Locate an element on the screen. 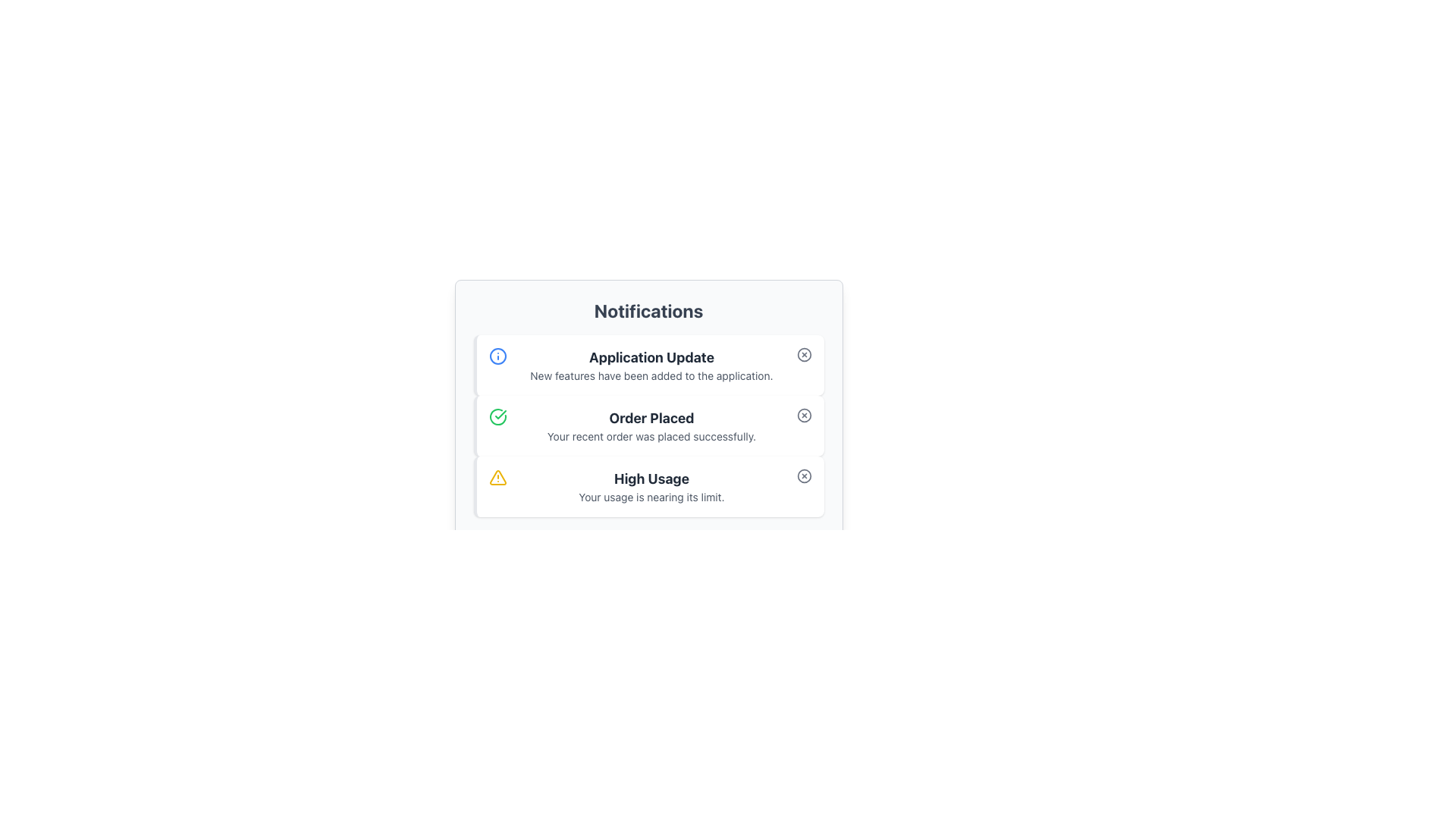 This screenshot has height=819, width=1456. the Notification item displaying 'High Usage' with accompanying text 'Your usage is nearing its limit.' is located at coordinates (651, 486).